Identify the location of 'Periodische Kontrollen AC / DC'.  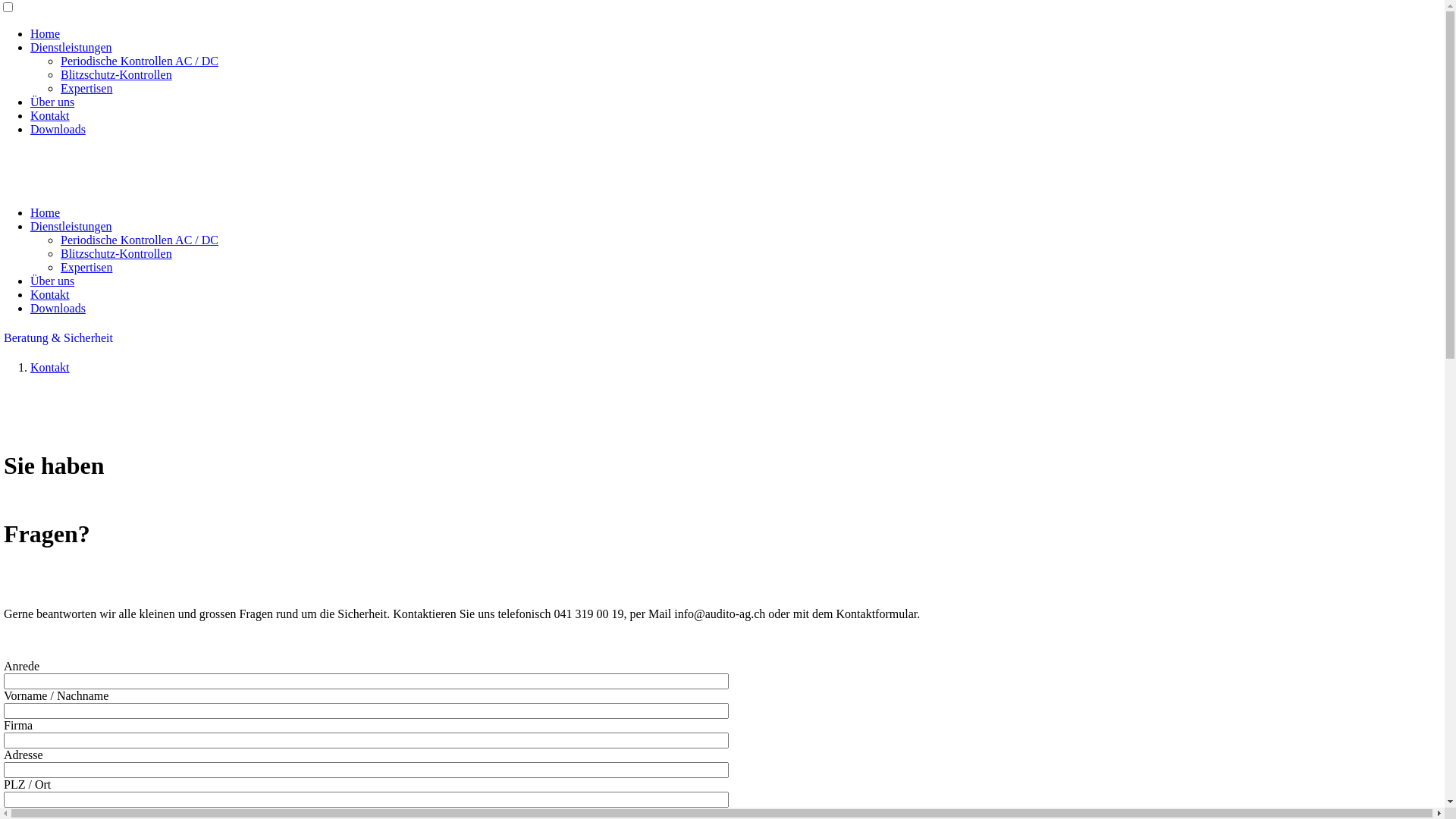
(139, 60).